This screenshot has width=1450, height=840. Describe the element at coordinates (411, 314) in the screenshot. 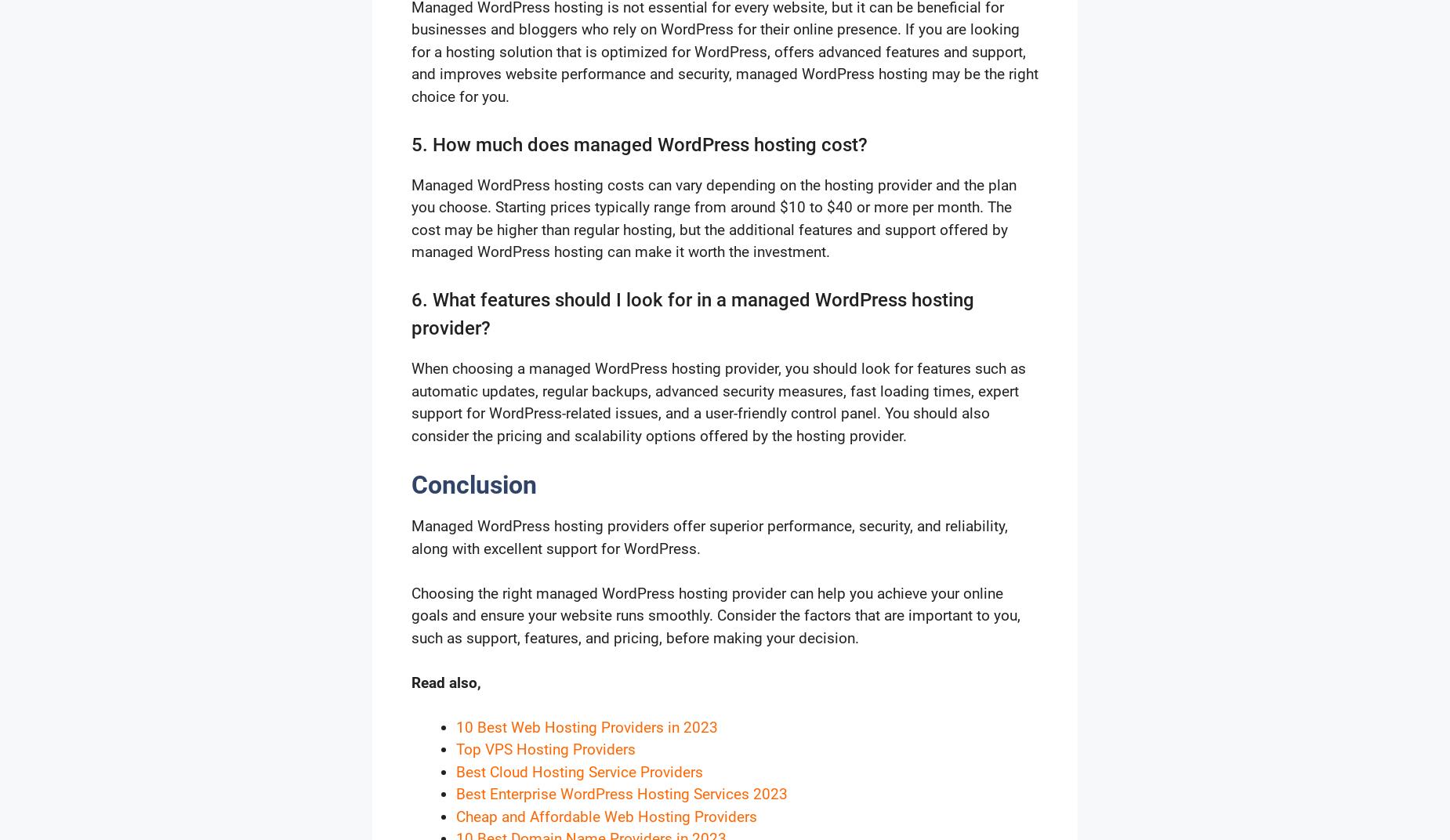

I see `'6. What features should I look for in a managed WordPress hosting provider?'` at that location.